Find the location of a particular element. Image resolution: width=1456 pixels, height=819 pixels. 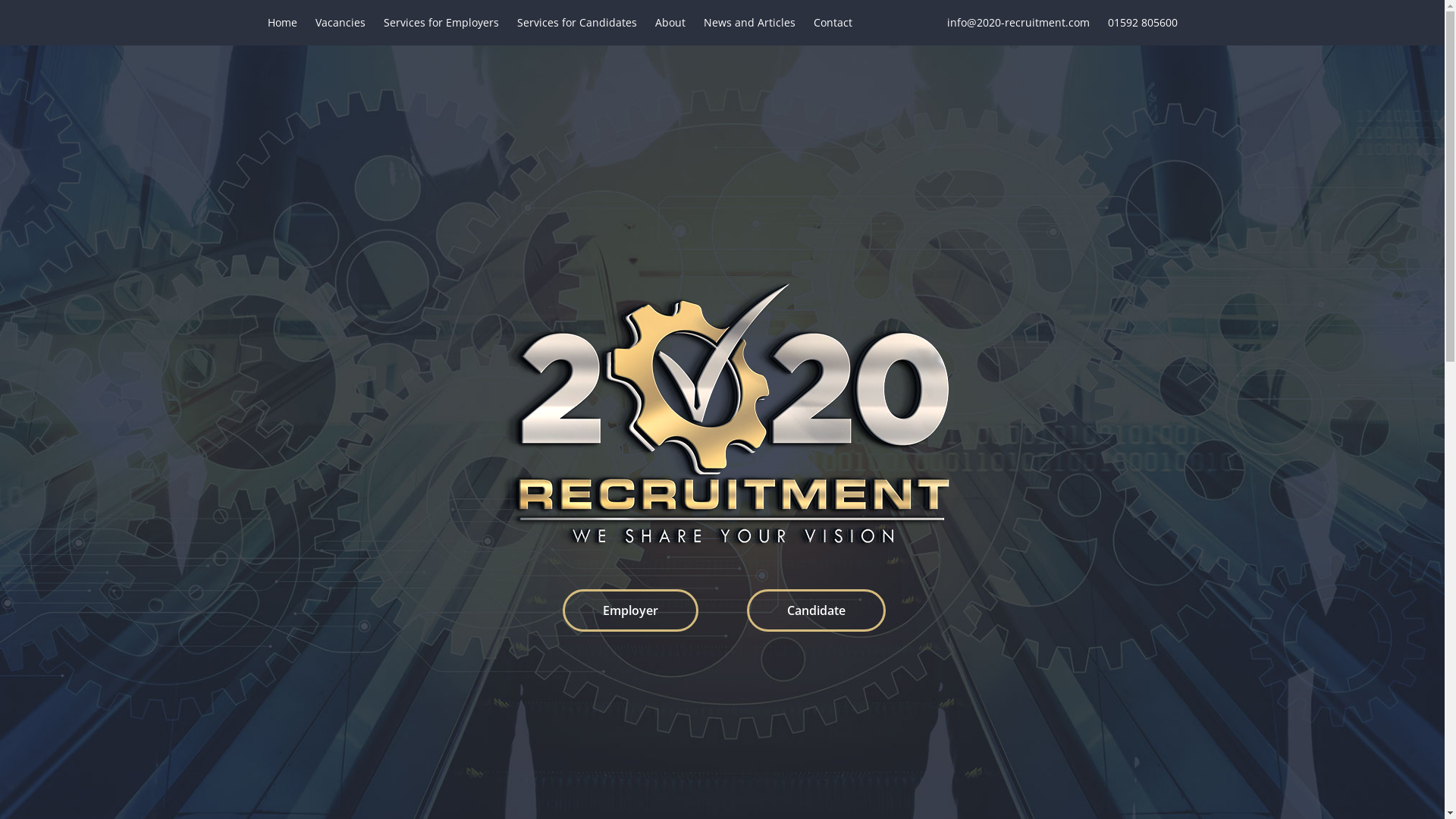

'Candidate' is located at coordinates (786, 610).